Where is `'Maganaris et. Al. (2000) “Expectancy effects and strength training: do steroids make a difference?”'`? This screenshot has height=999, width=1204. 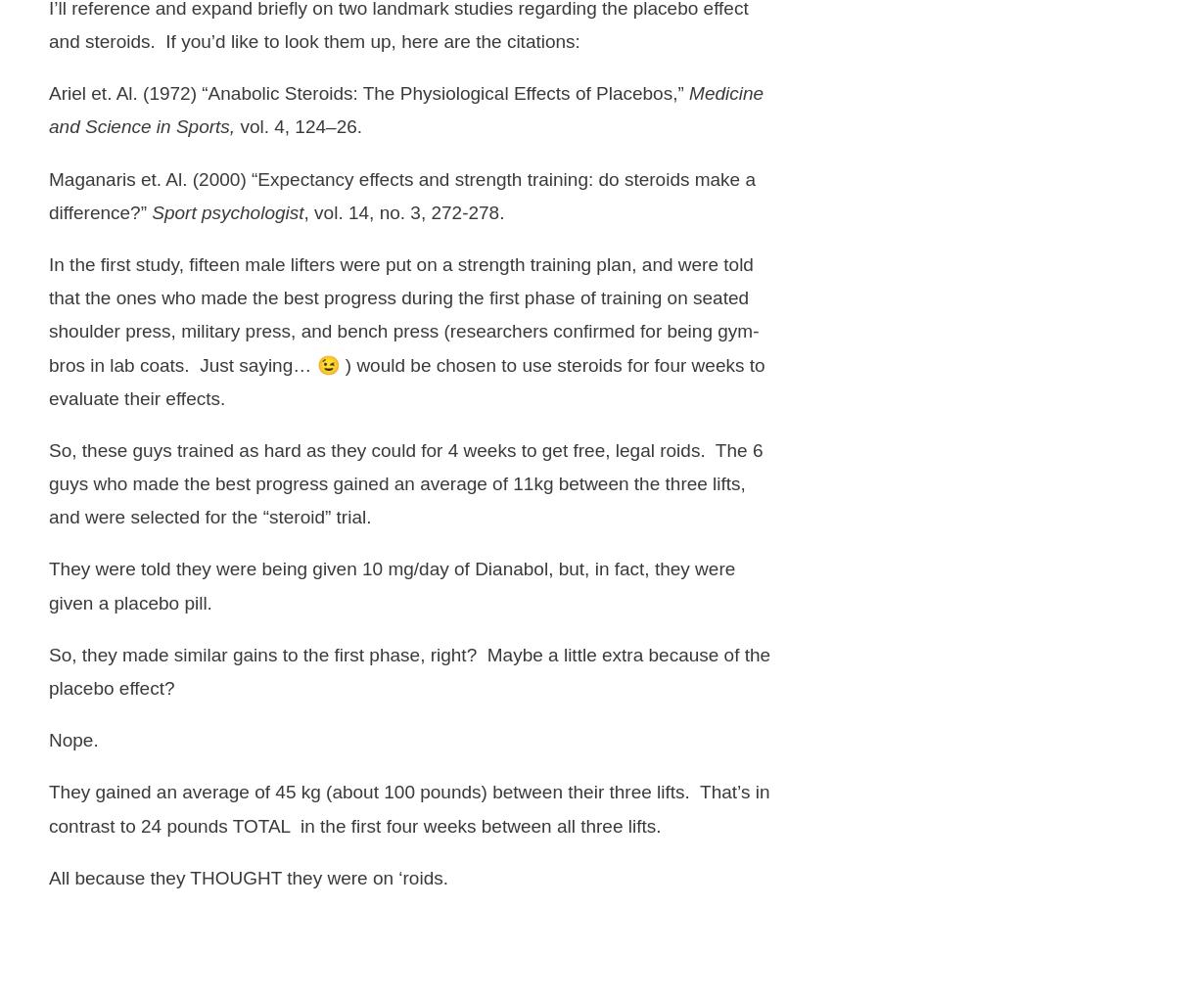 'Maganaris et. Al. (2000) “Expectancy effects and strength training: do steroids make a difference?”' is located at coordinates (400, 195).